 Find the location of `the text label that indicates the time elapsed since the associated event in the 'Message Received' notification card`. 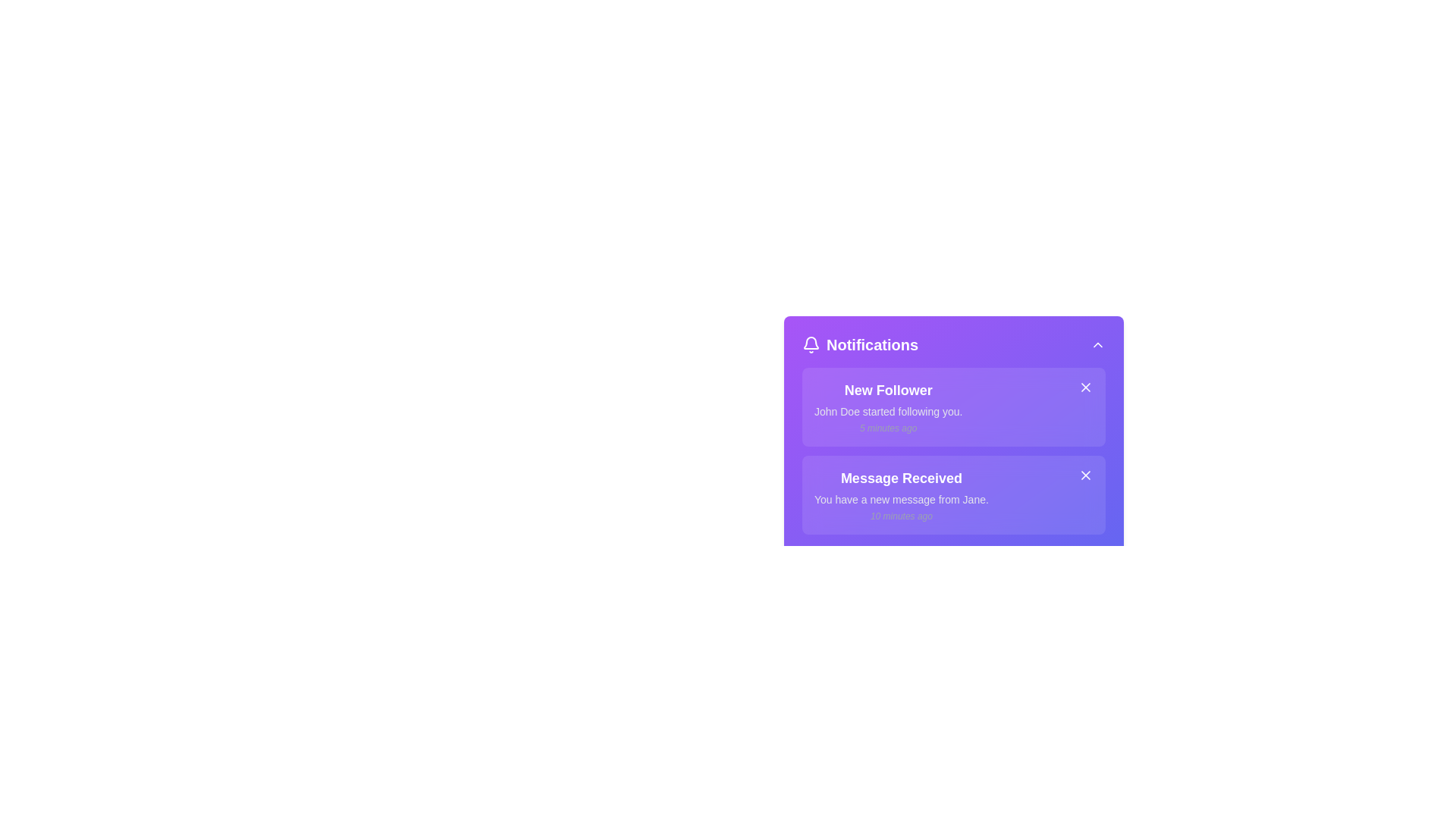

the text label that indicates the time elapsed since the associated event in the 'Message Received' notification card is located at coordinates (901, 516).